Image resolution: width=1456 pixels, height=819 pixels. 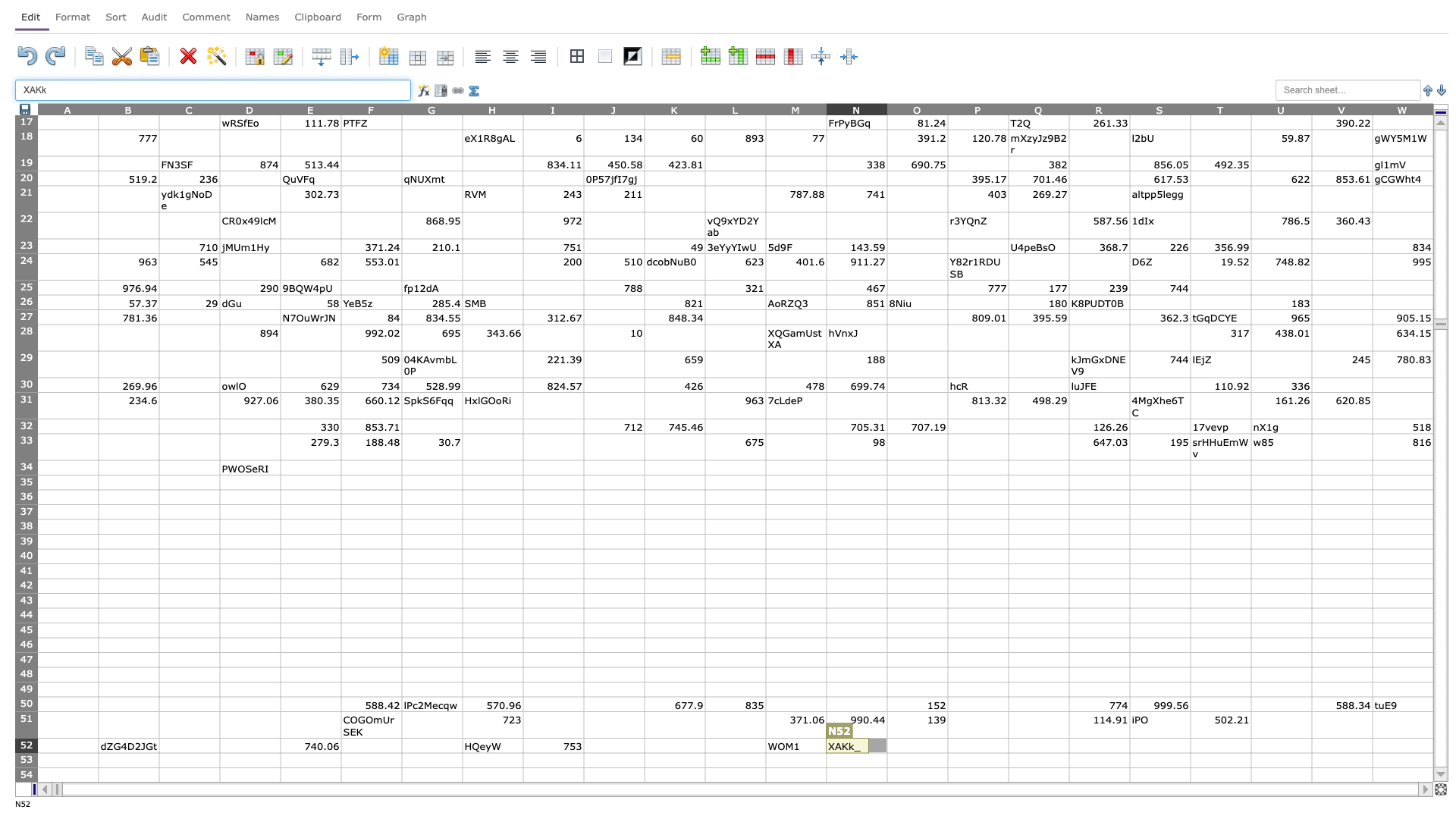 What do you see at coordinates (887, 737) in the screenshot?
I see `top left corner of cell O52` at bounding box center [887, 737].